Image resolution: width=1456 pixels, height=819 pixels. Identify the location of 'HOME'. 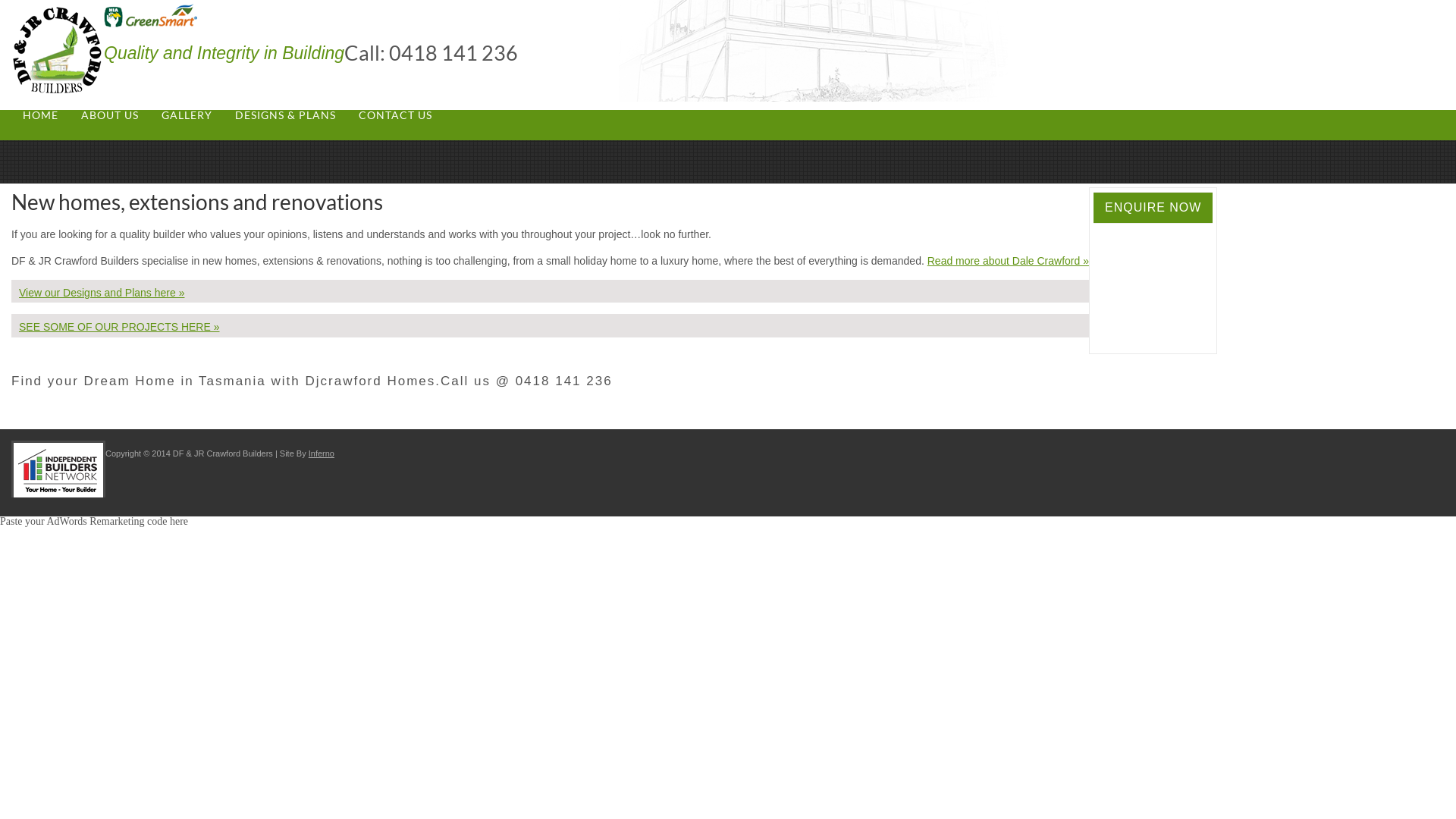
(40, 114).